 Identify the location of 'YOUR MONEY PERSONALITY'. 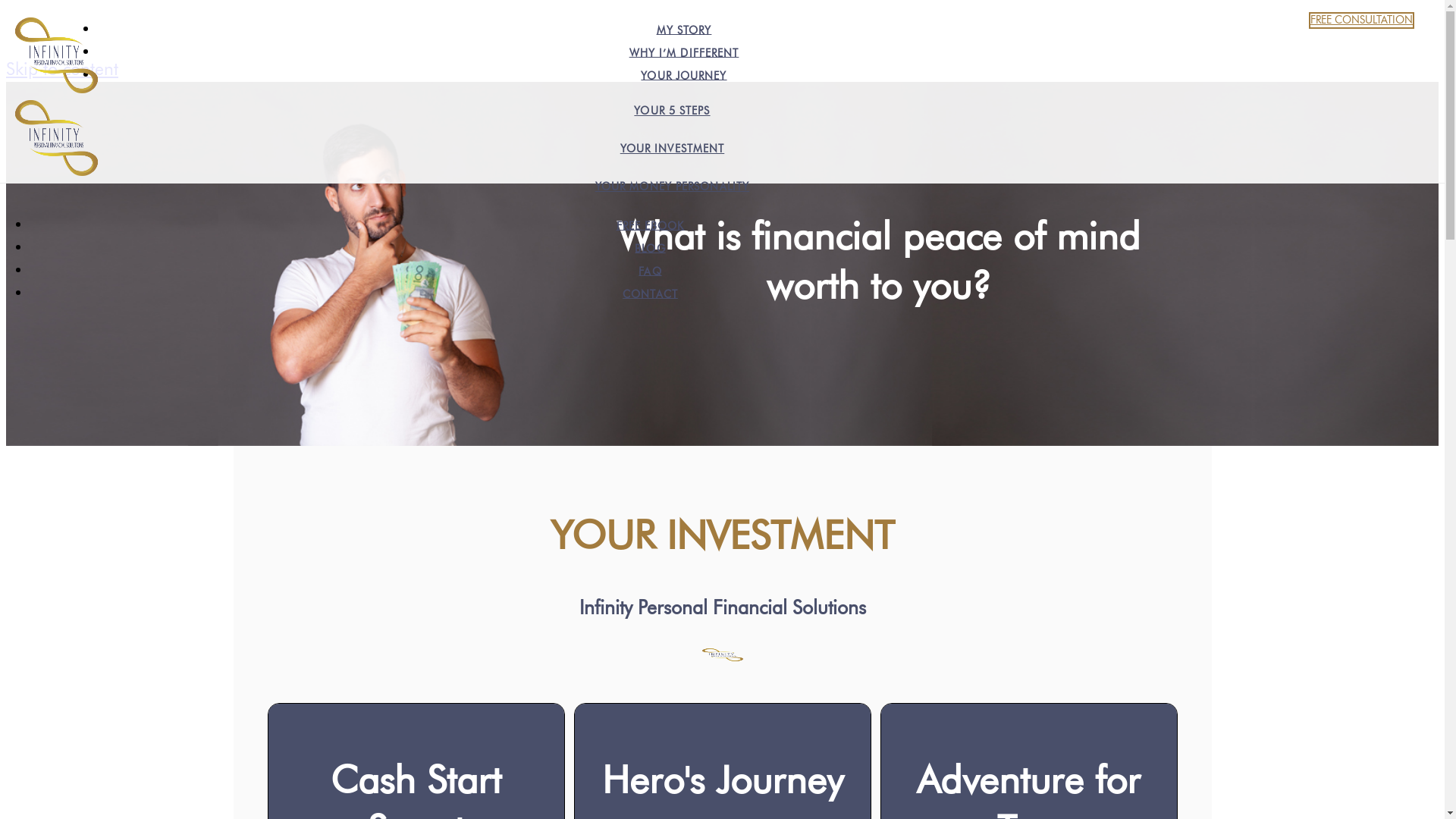
(671, 186).